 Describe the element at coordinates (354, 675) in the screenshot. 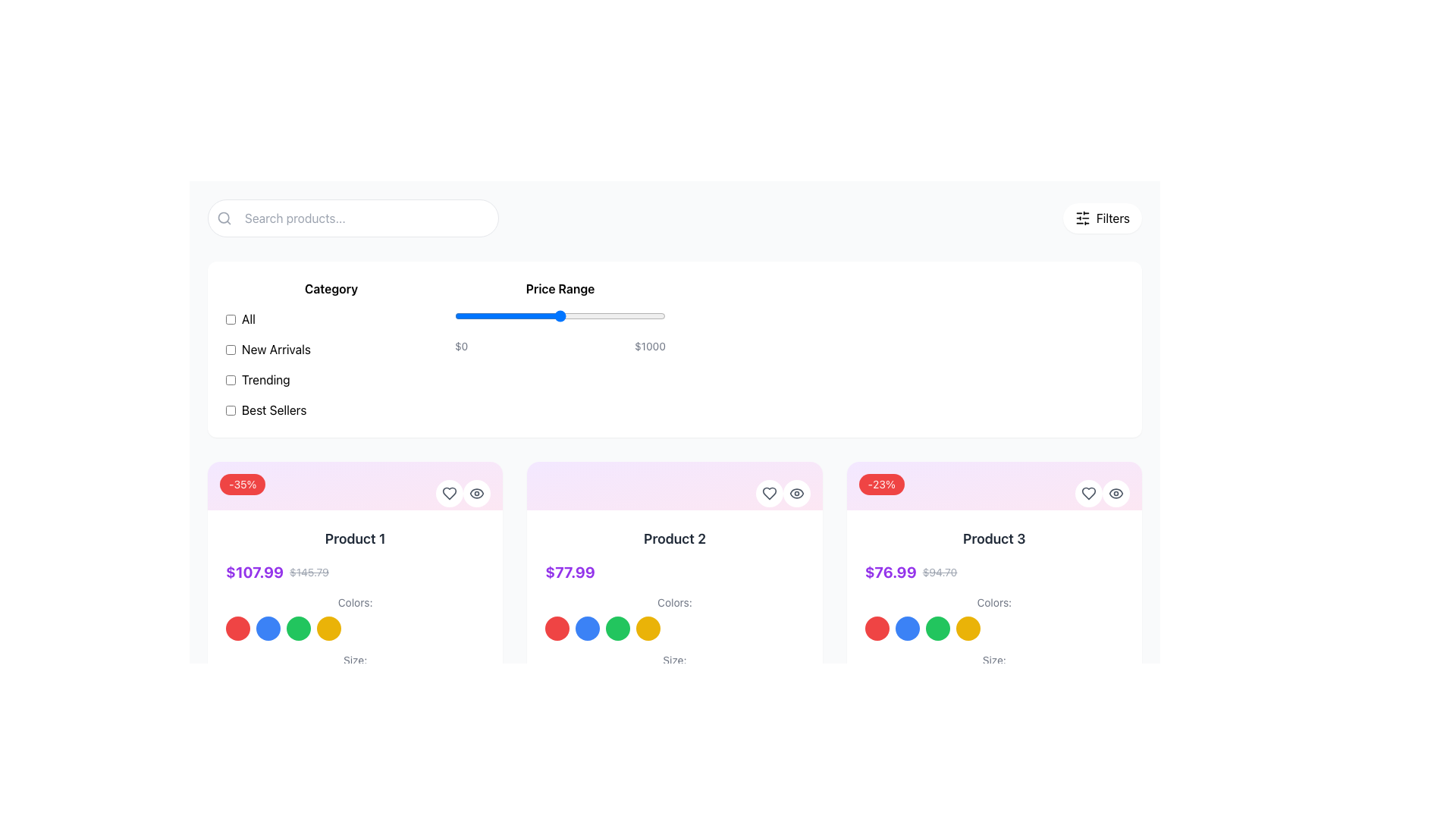

I see `the size selection buttons labeled 'XS', 'S', 'M', 'L', and 'XL' in the Selector group located beneath the 'Colors:' section of 'Product 1' card` at that location.